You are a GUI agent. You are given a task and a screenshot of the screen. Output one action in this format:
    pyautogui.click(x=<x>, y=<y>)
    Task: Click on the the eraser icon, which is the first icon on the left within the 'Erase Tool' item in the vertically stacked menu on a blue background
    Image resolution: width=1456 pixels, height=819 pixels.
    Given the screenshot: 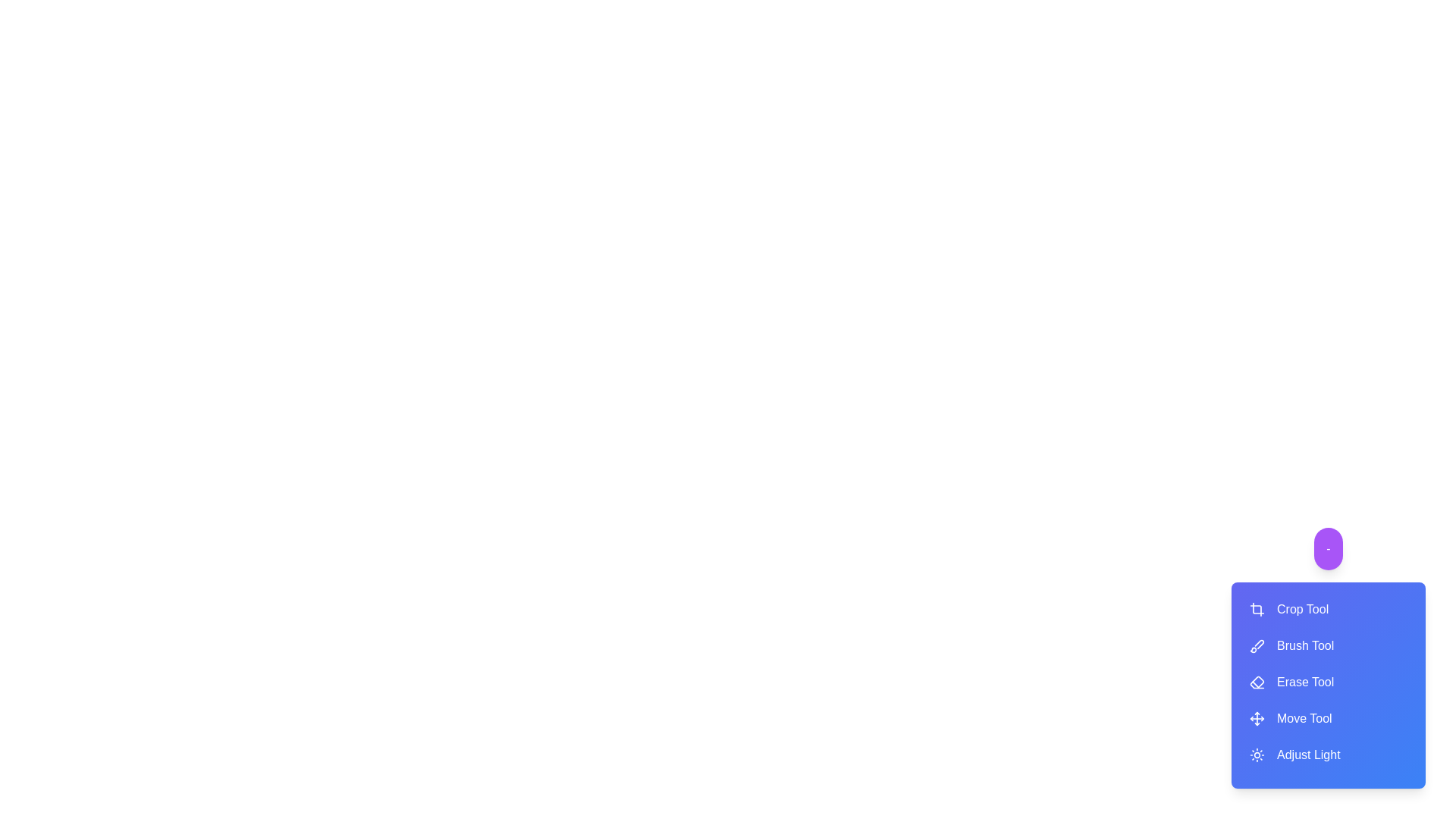 What is the action you would take?
    pyautogui.click(x=1257, y=681)
    